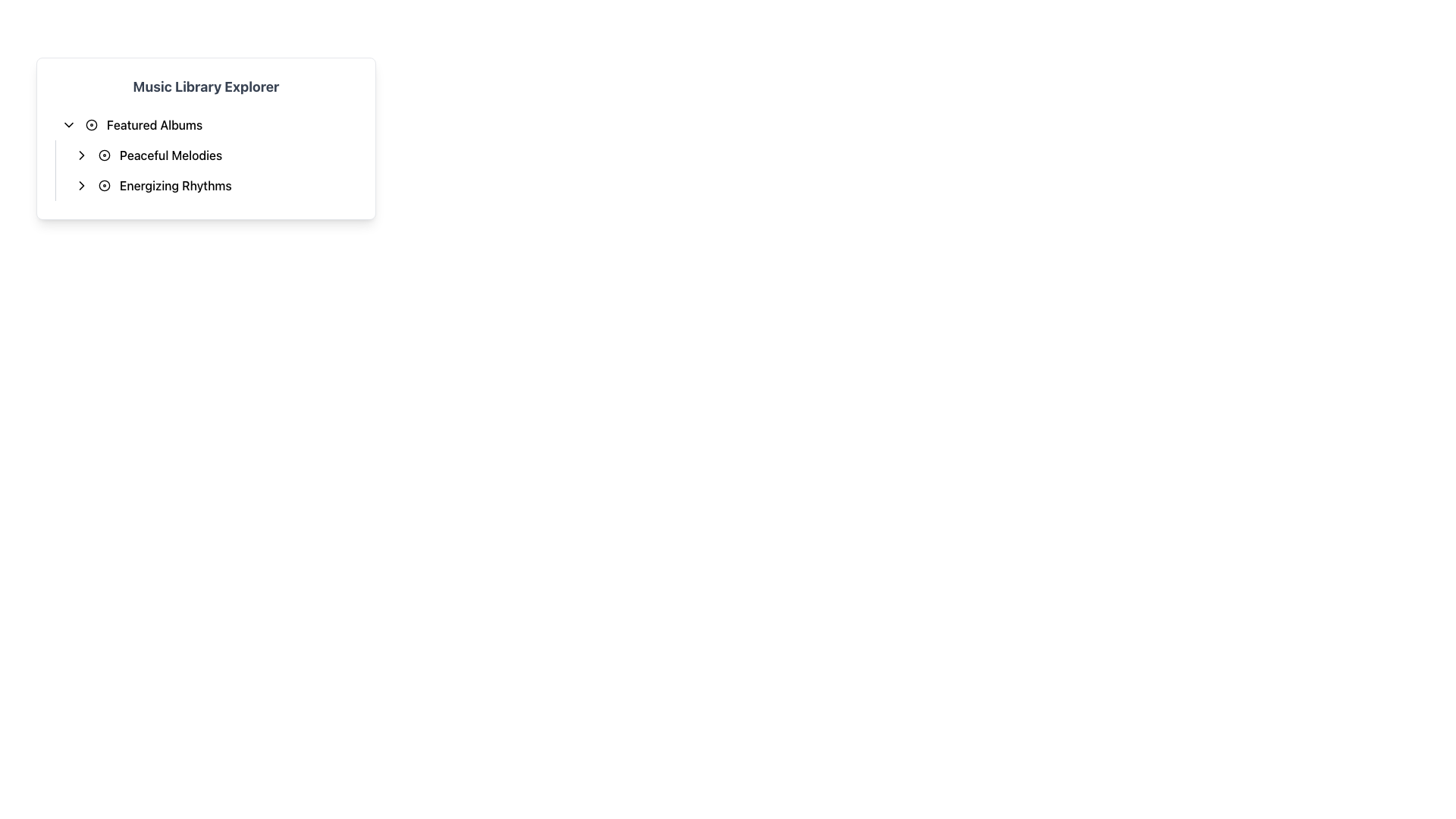 The height and width of the screenshot is (819, 1456). Describe the element at coordinates (81, 155) in the screenshot. I see `the right-pointing chevron arrow icon located in the 'Music Library Explorer' interface next to the 'Peaceful Melodies' item` at that location.